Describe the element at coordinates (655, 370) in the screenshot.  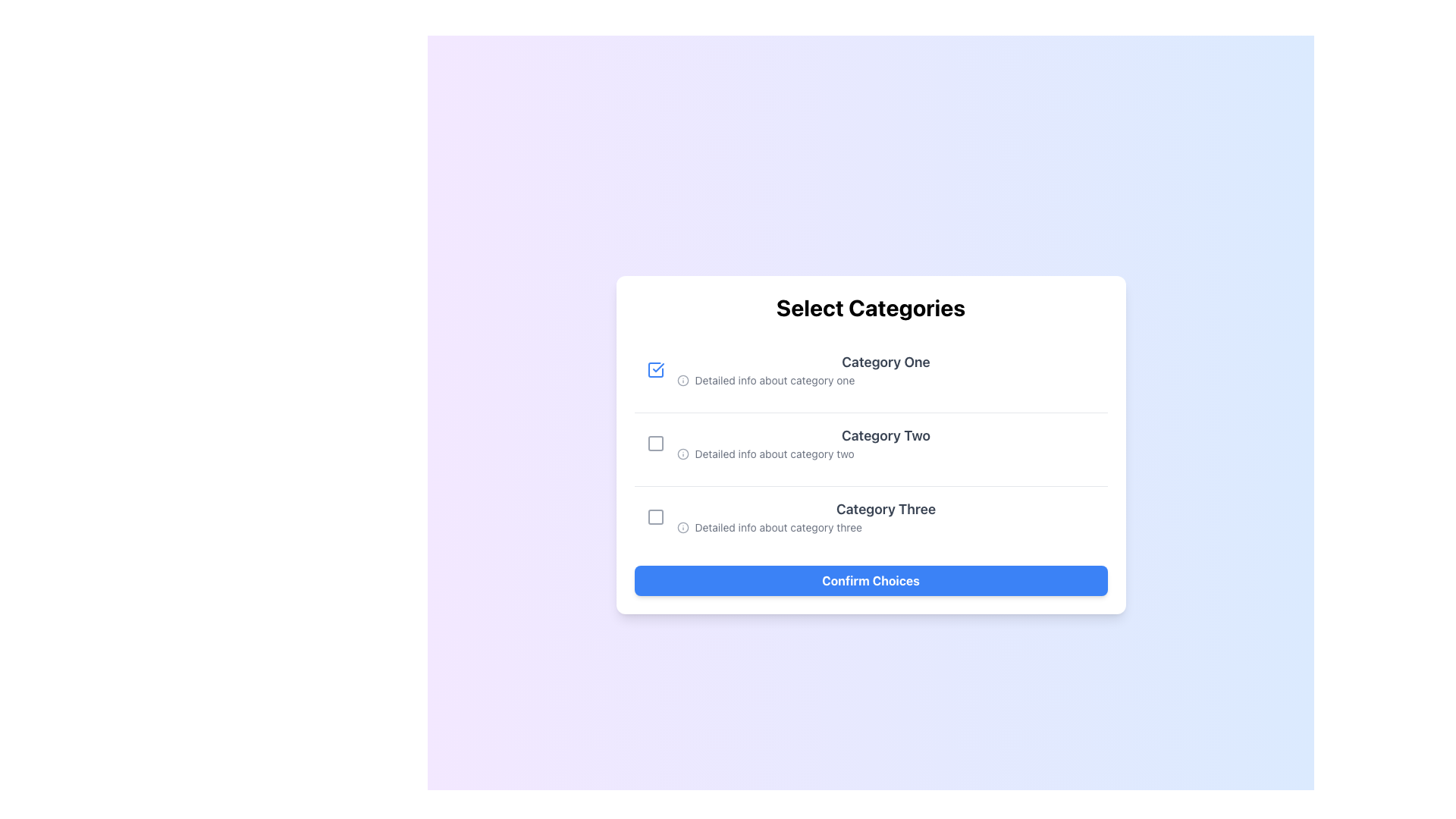
I see `the checkbox element indicating that the 'Category One' option is chosen by clicking on its outer square` at that location.